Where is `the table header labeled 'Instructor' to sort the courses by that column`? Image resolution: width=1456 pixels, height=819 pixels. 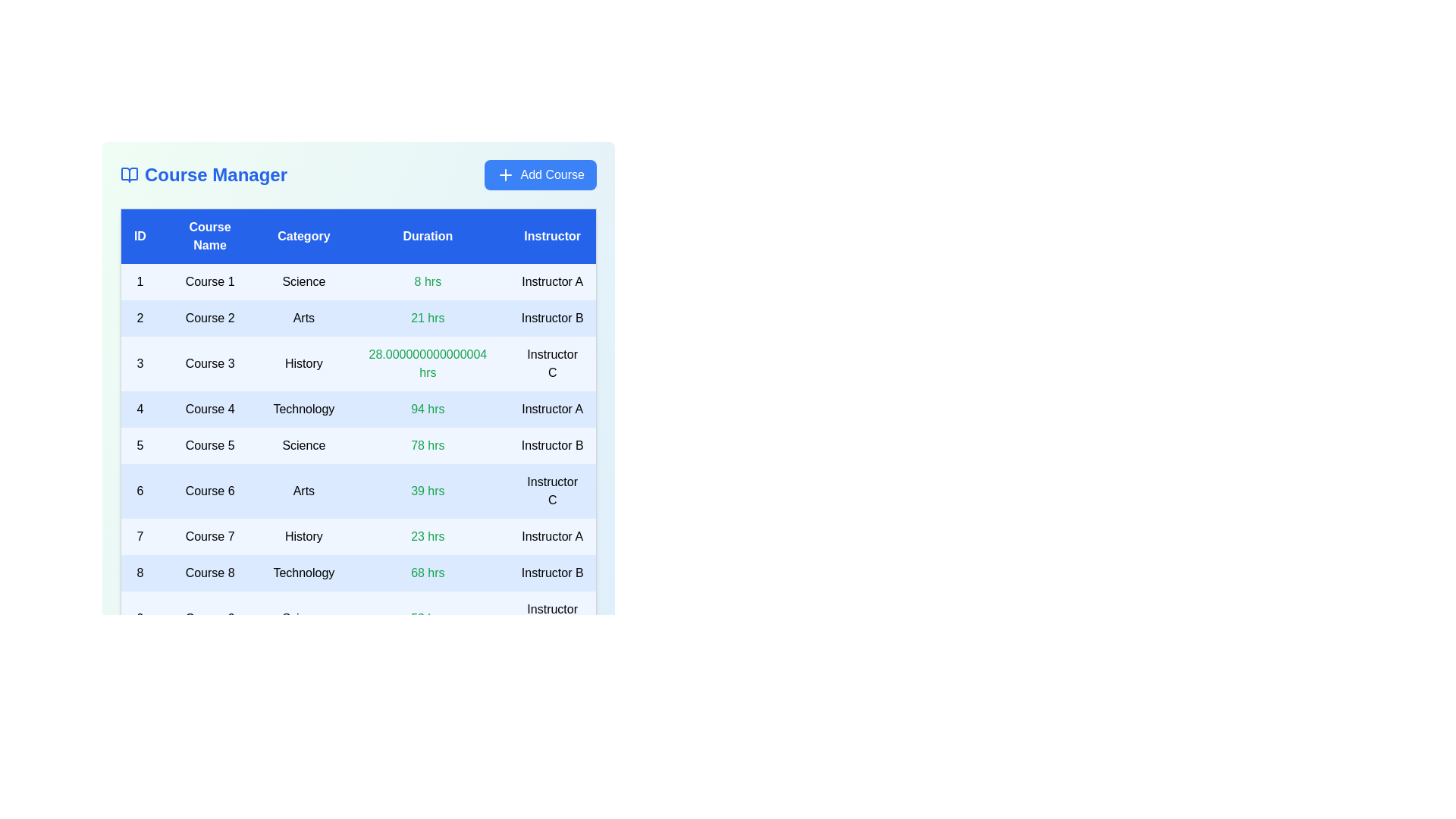
the table header labeled 'Instructor' to sort the courses by that column is located at coordinates (552, 236).